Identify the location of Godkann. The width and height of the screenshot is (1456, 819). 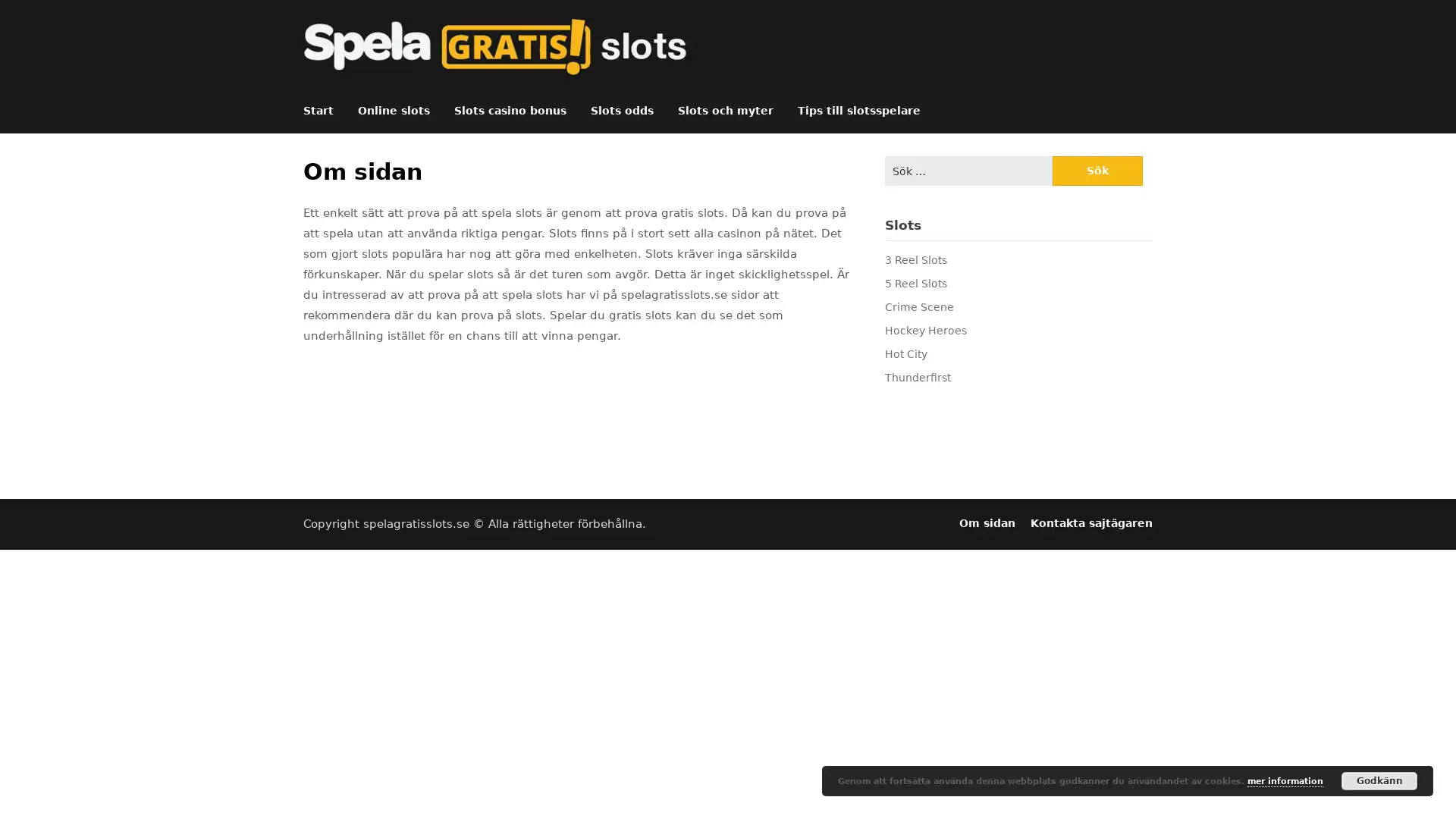
(1379, 780).